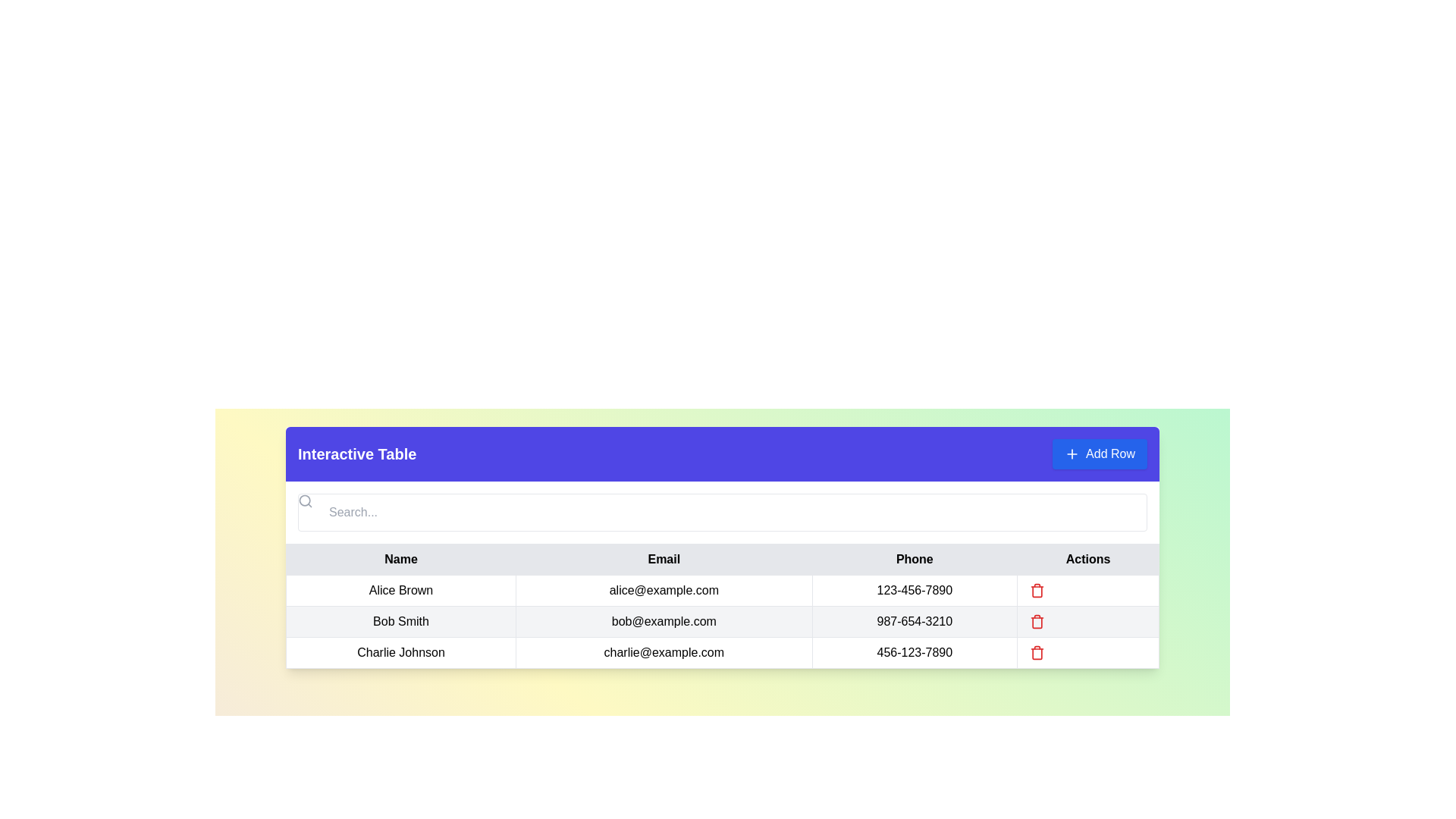  I want to click on the static text element displaying the email address located in the second column of the bottom row of the table, so click(664, 651).